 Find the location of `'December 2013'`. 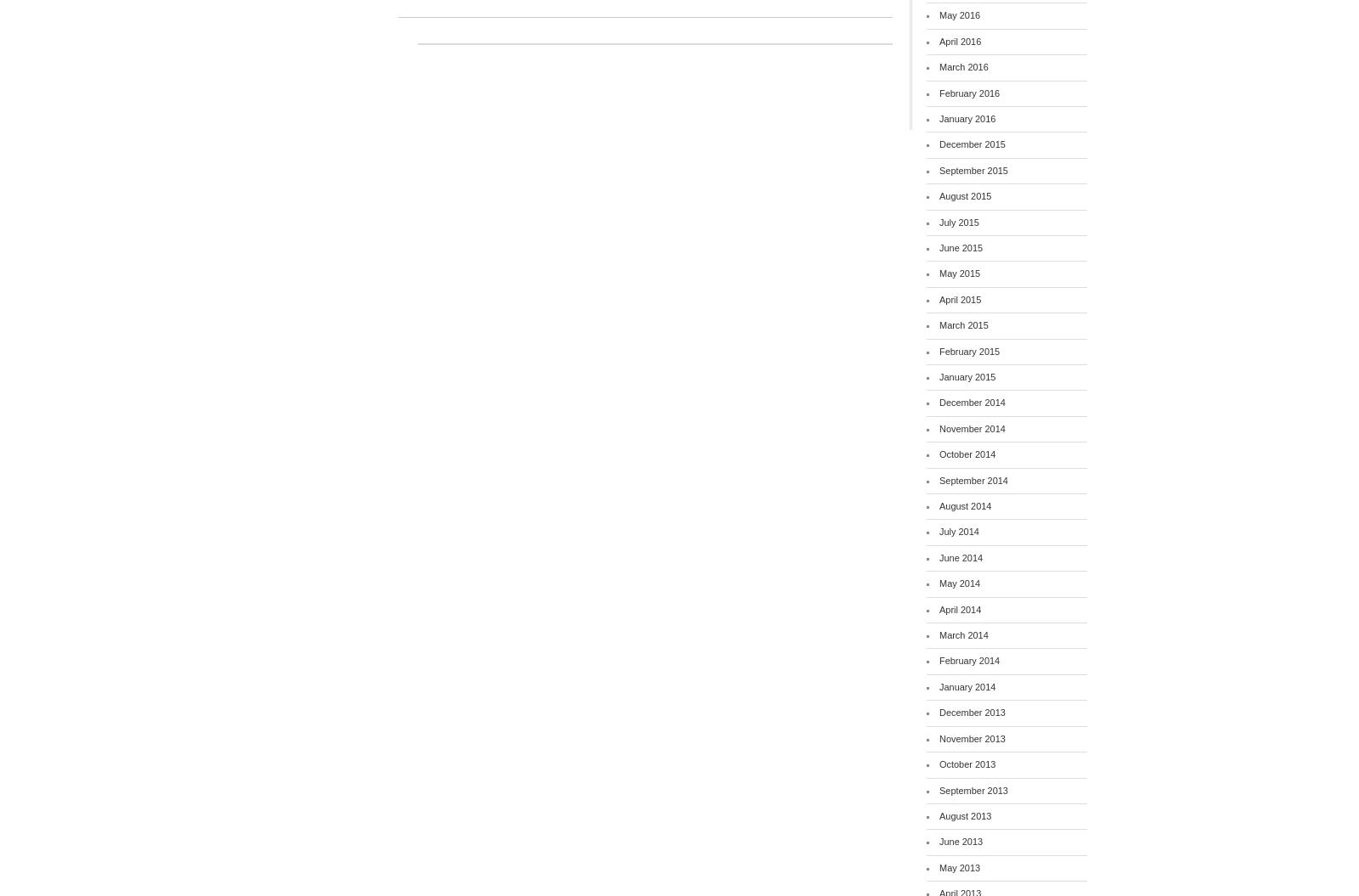

'December 2013' is located at coordinates (972, 713).